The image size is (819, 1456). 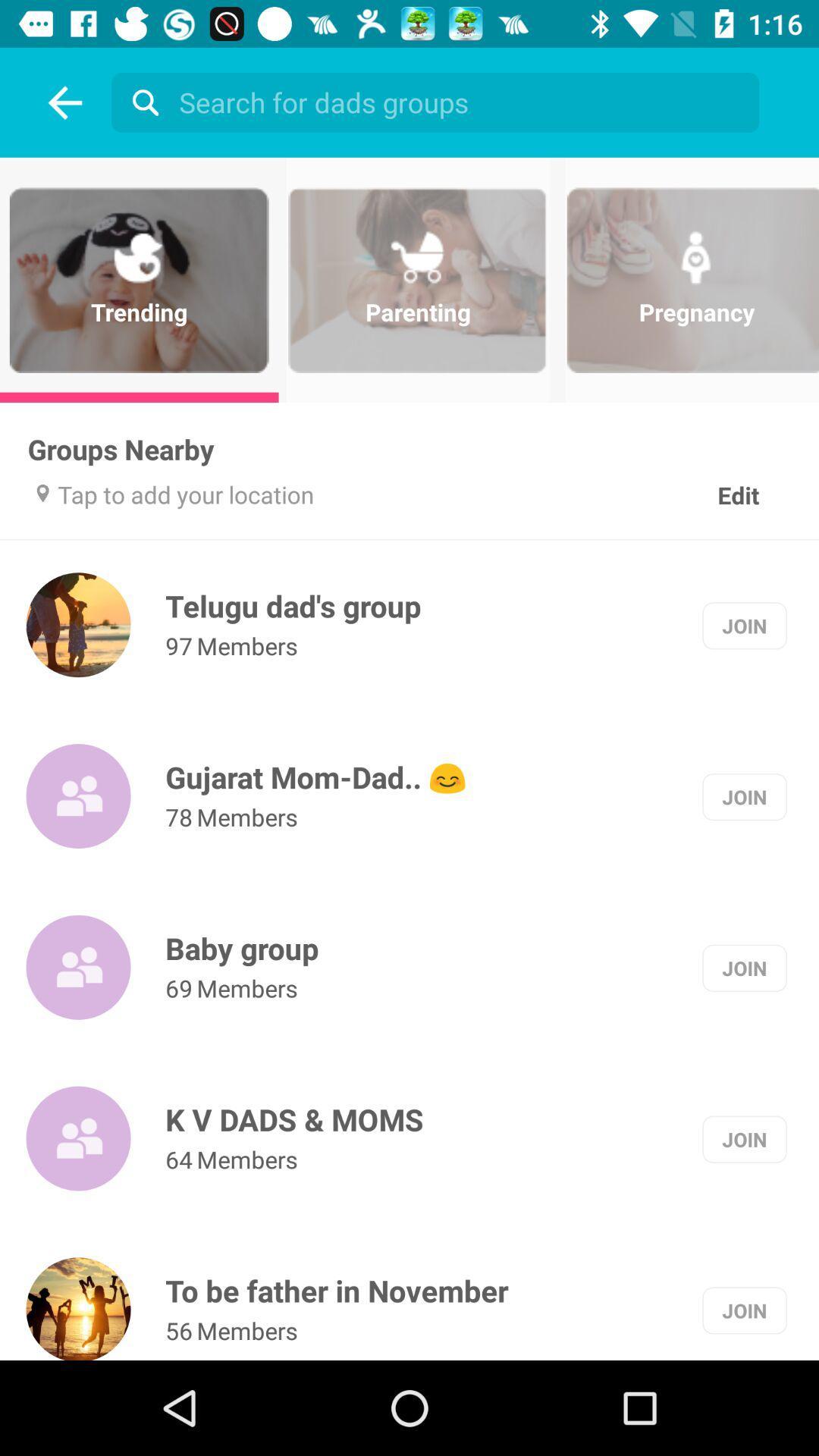 I want to click on the icon below the to be father, so click(x=178, y=1329).